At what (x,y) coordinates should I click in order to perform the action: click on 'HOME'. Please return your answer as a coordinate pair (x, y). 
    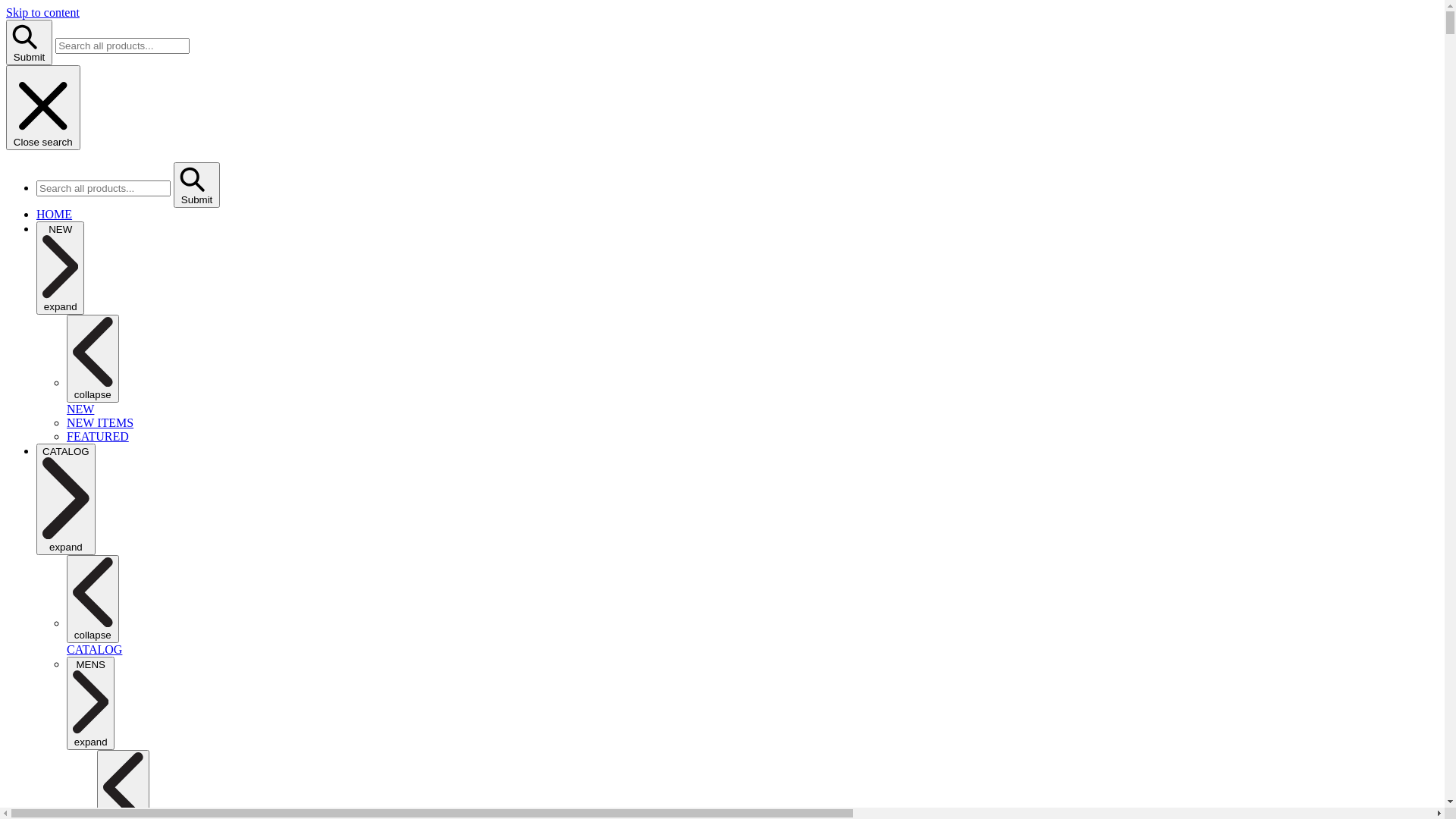
    Looking at the image, I should click on (54, 214).